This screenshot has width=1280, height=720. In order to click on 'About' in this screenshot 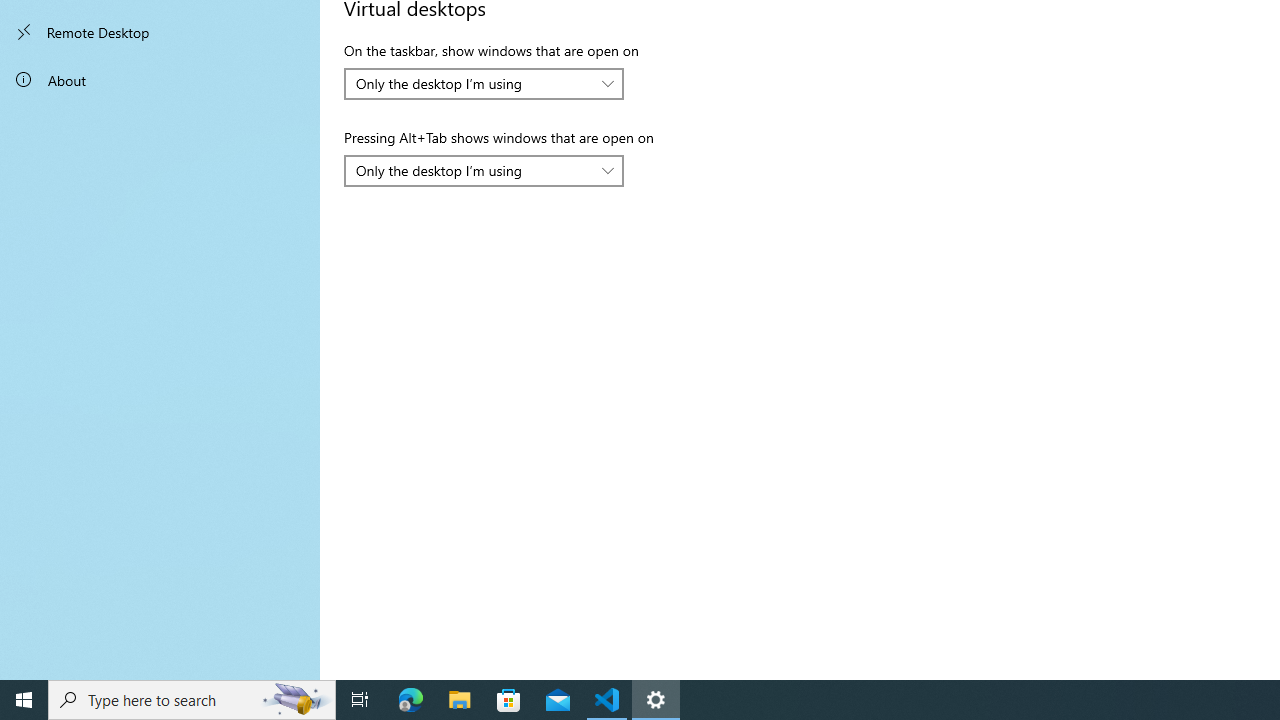, I will do `click(160, 78)`.